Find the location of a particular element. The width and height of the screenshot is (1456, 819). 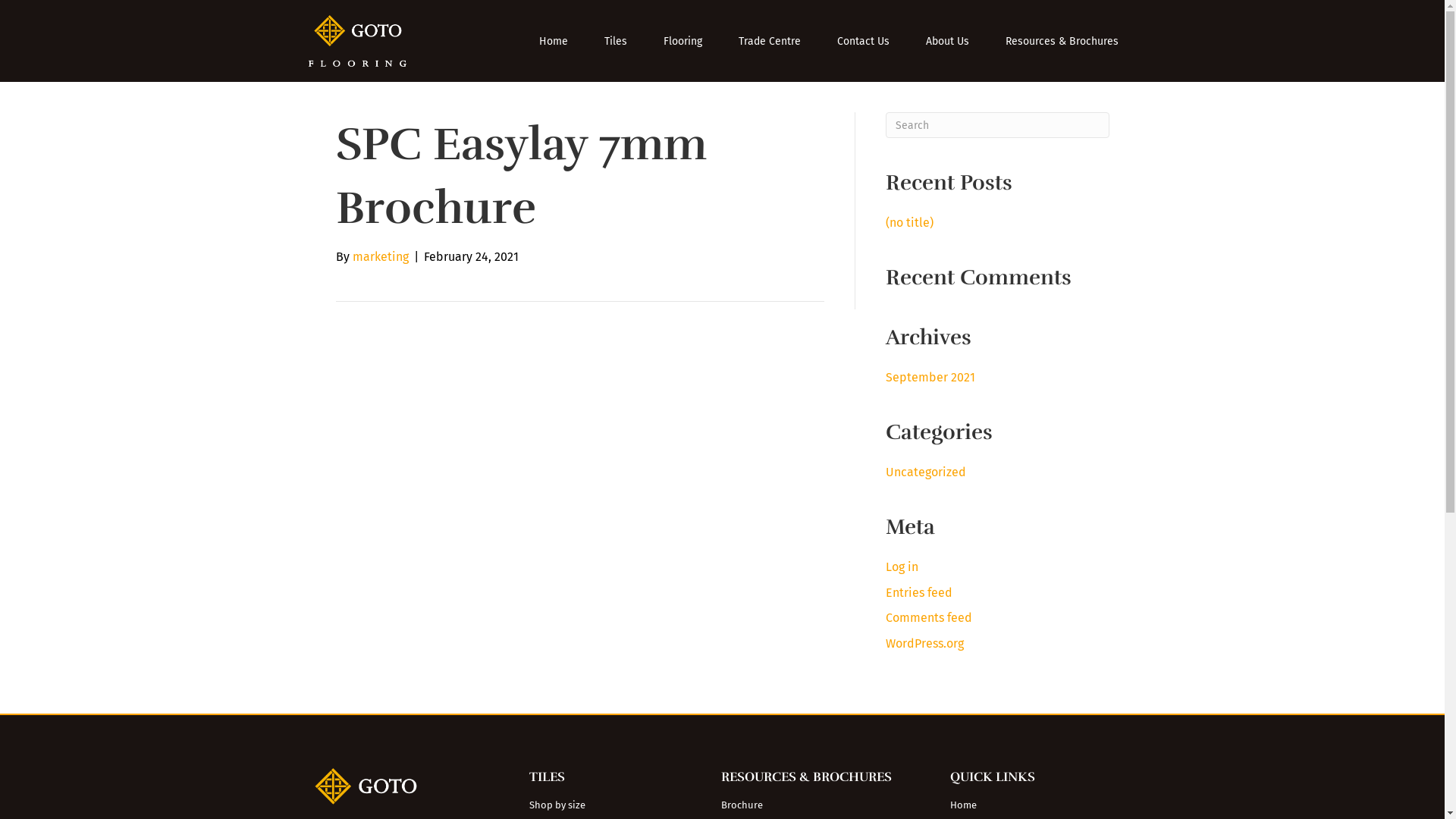

'Home' is located at coordinates (552, 40).